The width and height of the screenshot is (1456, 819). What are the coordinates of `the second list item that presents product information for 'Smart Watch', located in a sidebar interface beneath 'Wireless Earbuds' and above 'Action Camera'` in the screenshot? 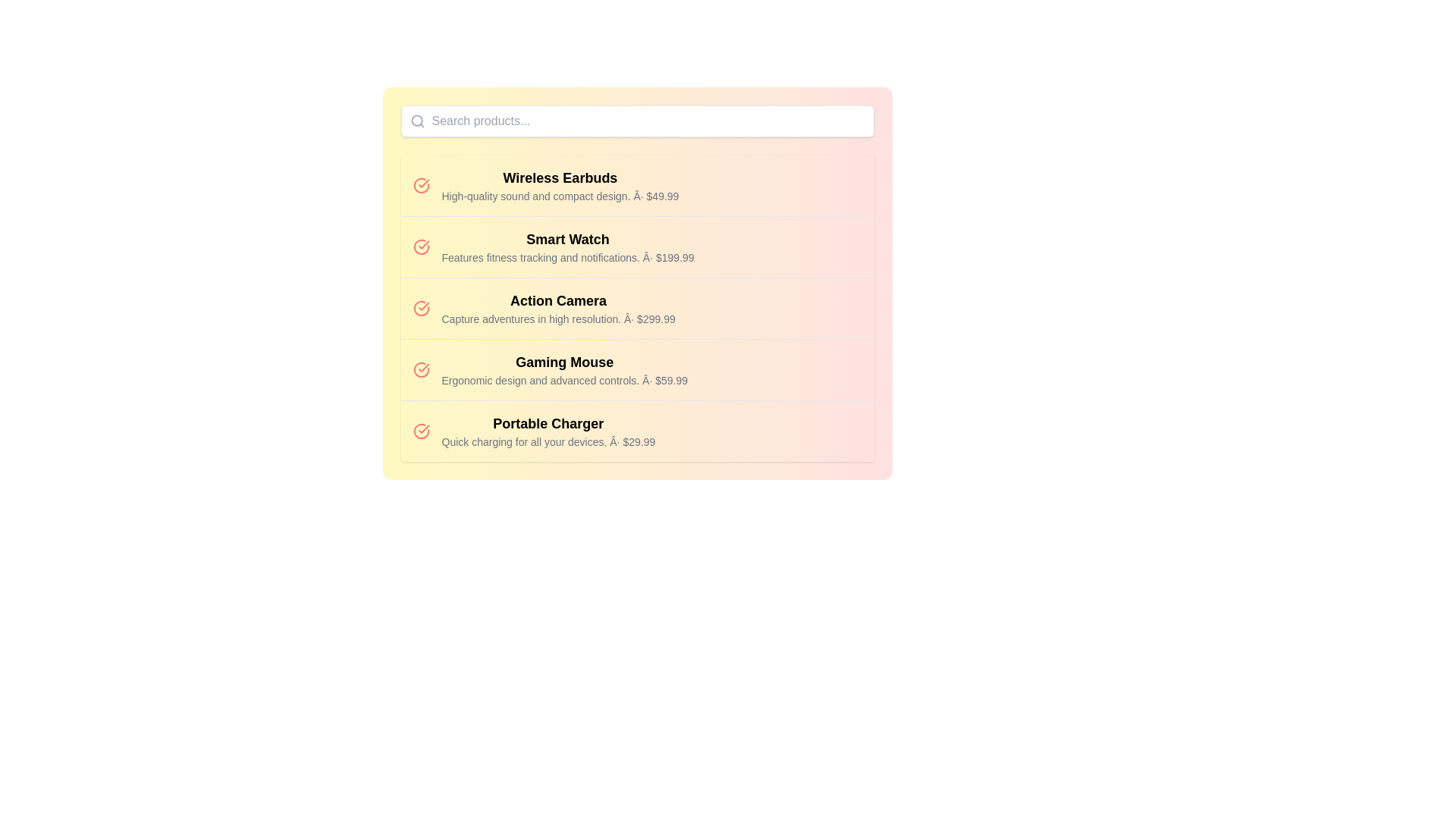 It's located at (566, 246).